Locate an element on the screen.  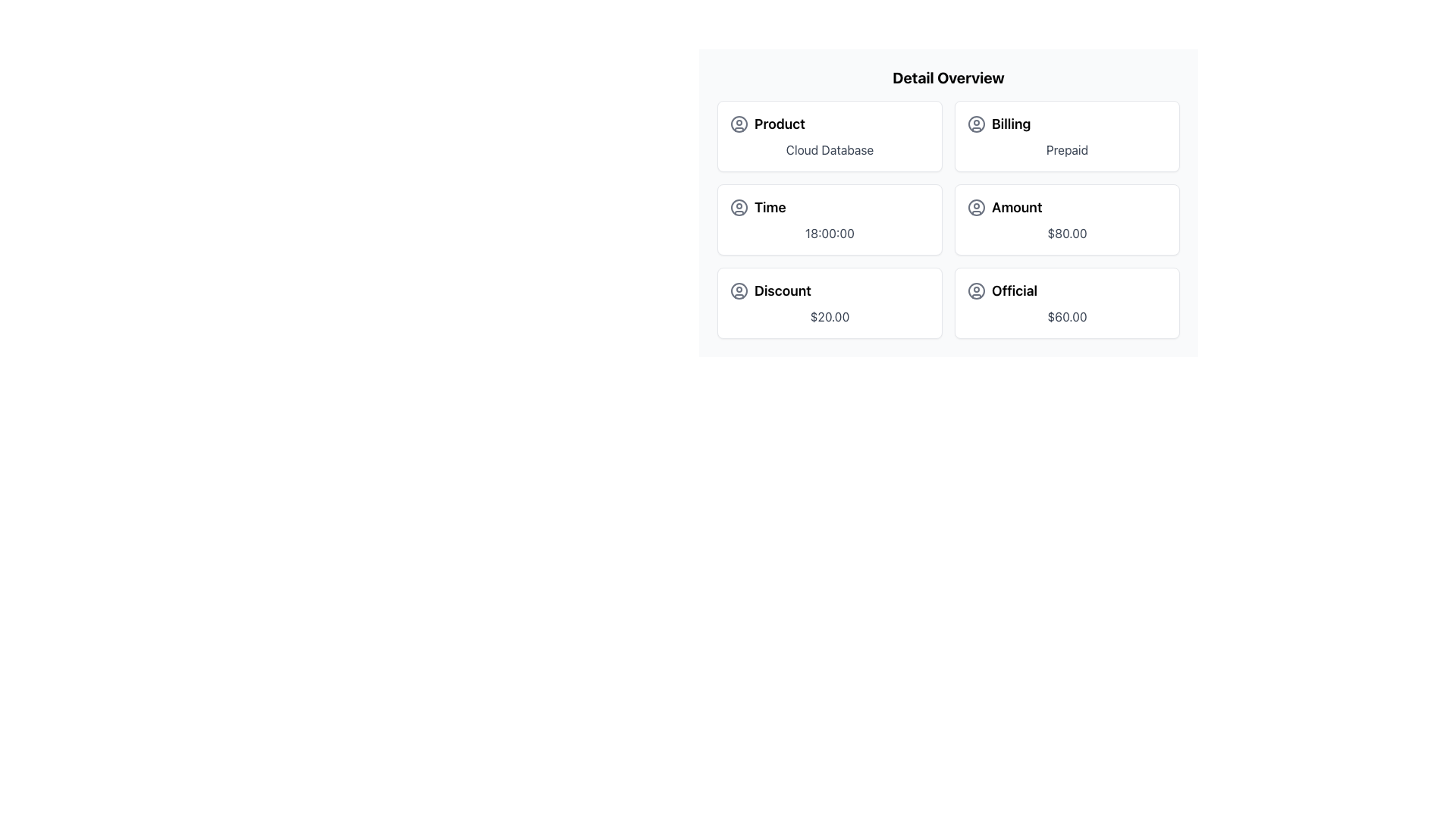
the user-related icon representing 'Discount' located at the top left corner of the corresponding card is located at coordinates (739, 291).